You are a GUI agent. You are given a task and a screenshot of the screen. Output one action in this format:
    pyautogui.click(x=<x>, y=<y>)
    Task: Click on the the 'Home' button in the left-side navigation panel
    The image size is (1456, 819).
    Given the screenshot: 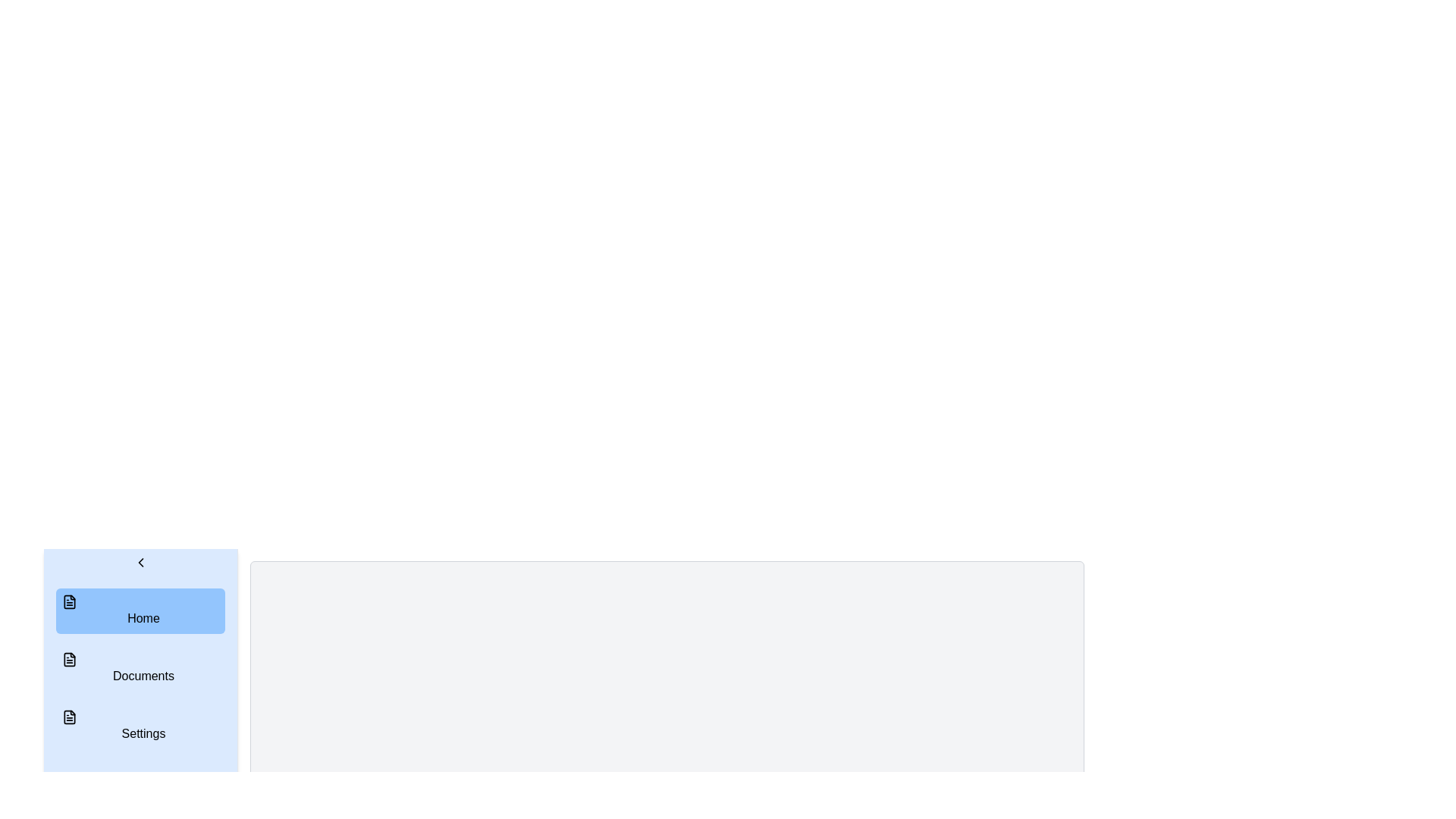 What is the action you would take?
    pyautogui.click(x=140, y=610)
    